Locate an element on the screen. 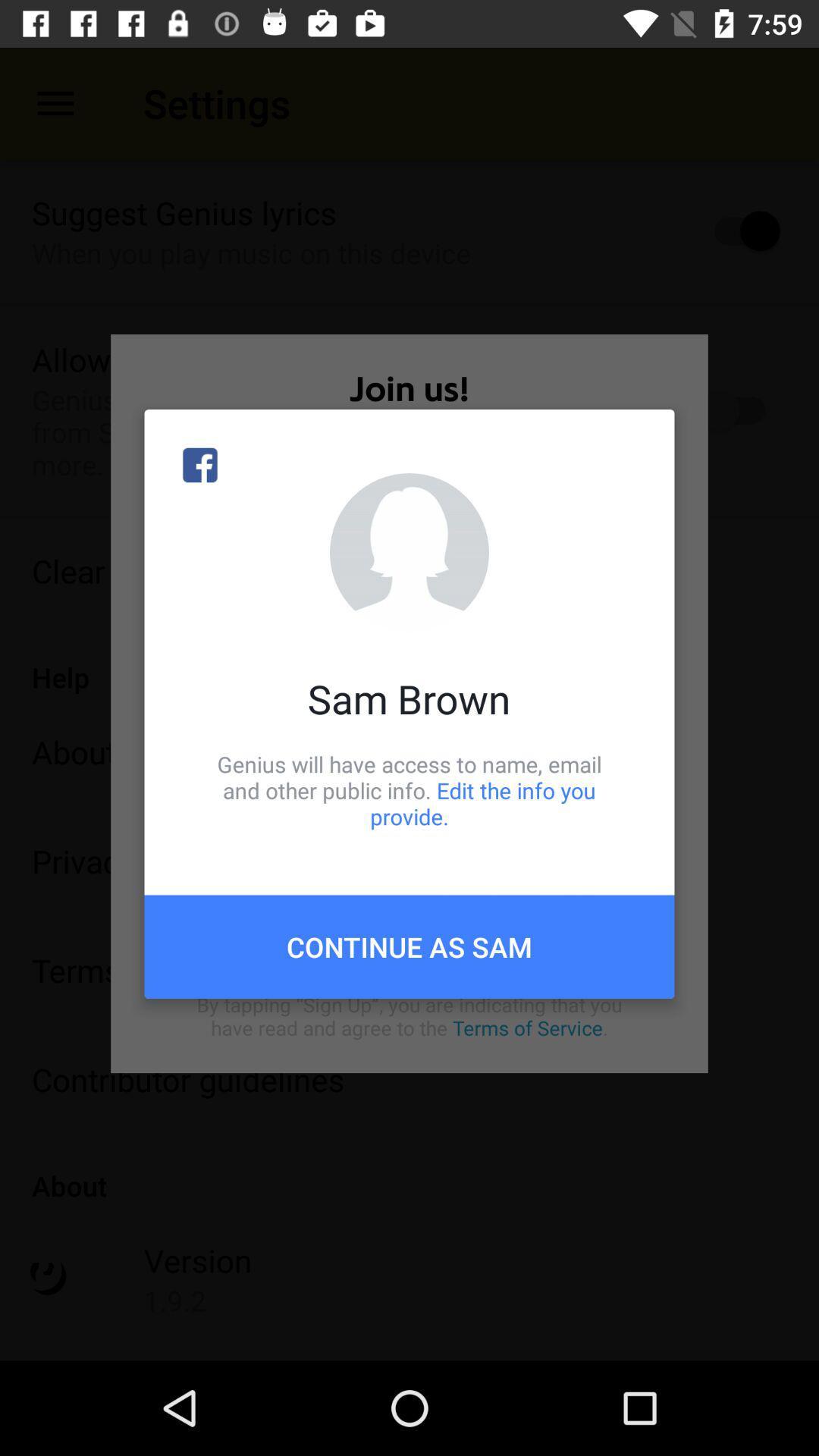 The image size is (819, 1456). genius will have is located at coordinates (409, 789).